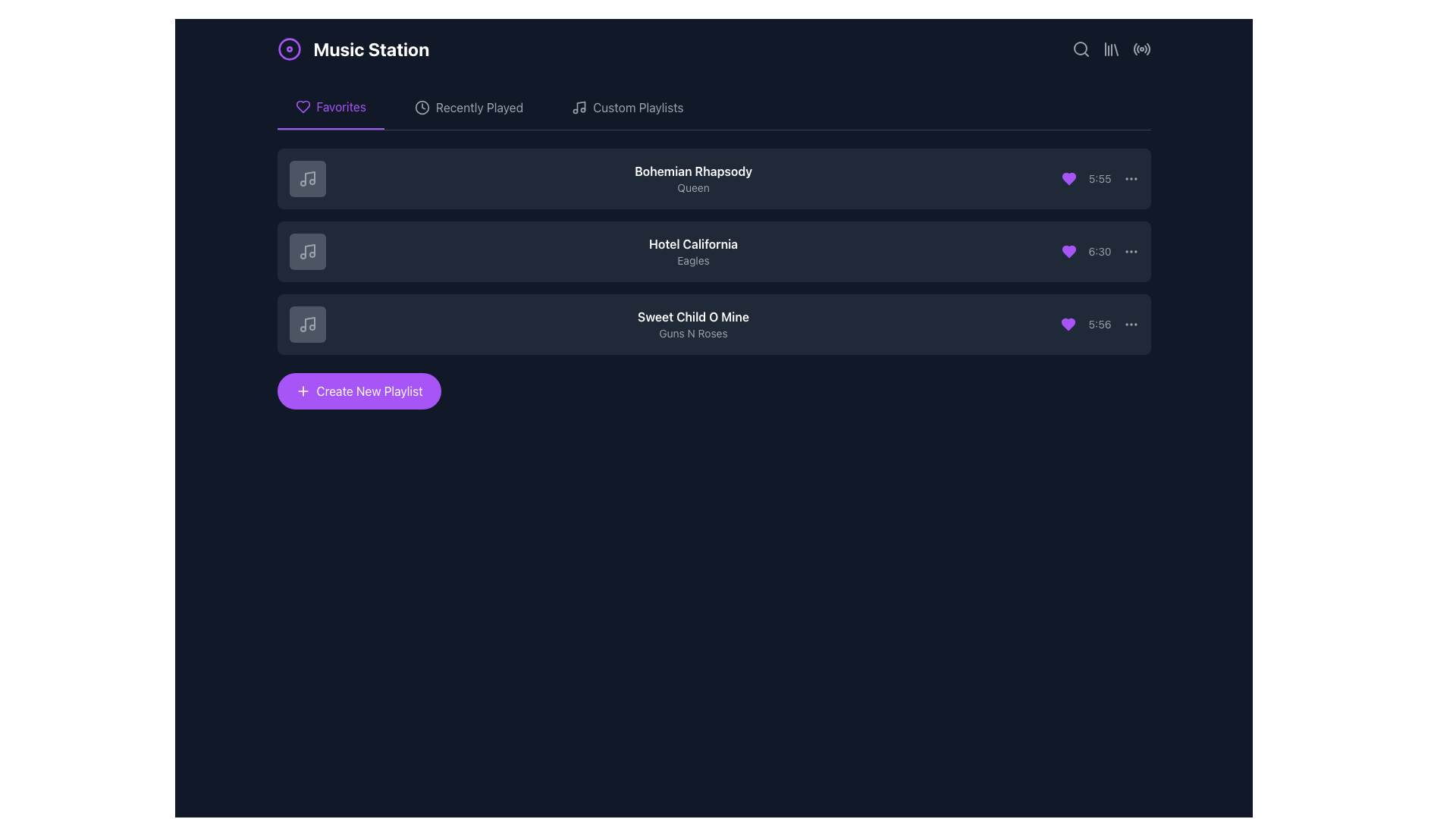  Describe the element at coordinates (1100, 177) in the screenshot. I see `the time duration label reading '5:55', which is styled with gray text and positioned between a heart icon and action dots in the song details for 'Bohemian Rhapsody' by Queen` at that location.